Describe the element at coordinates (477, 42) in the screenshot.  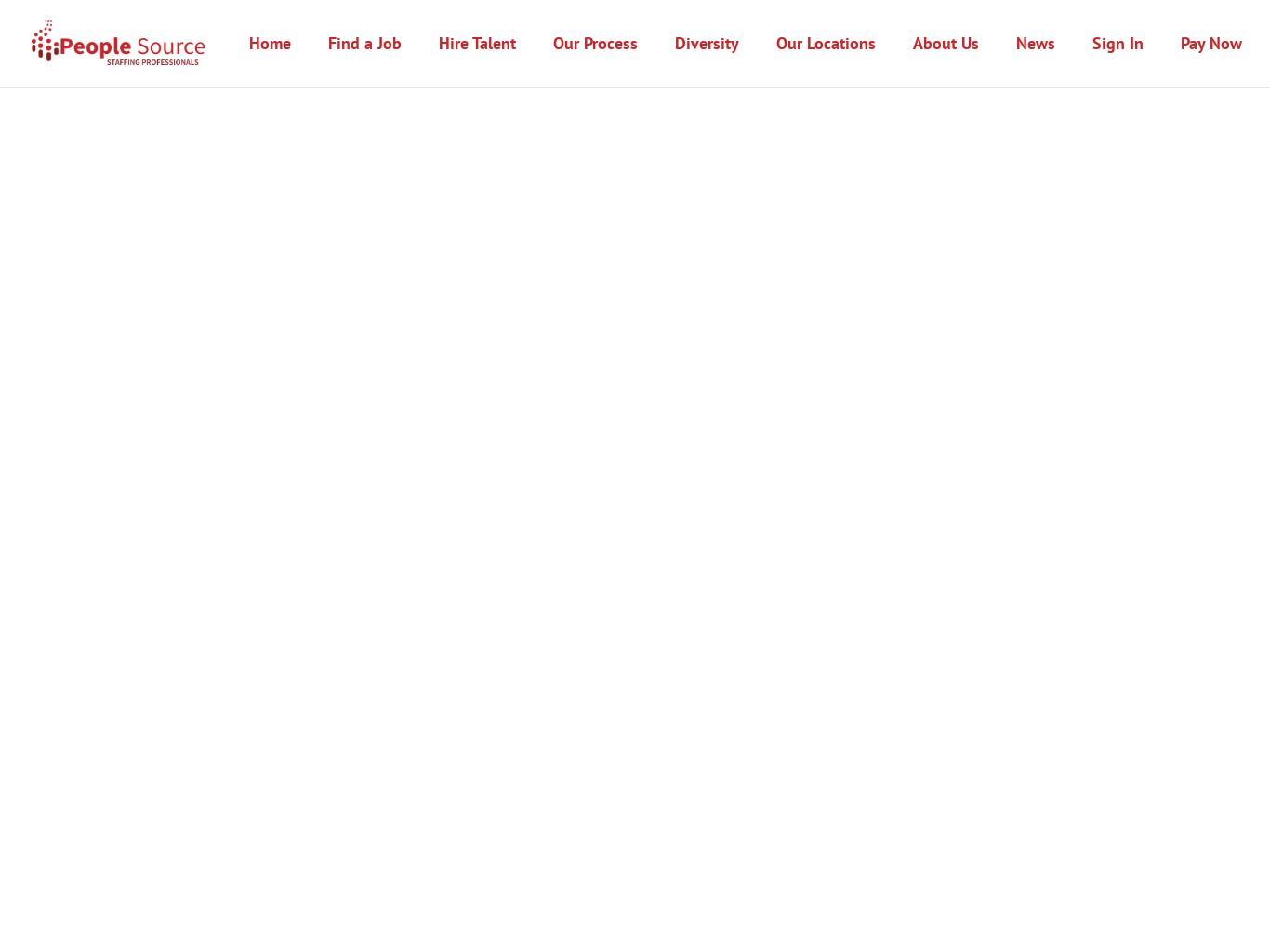
I see `'Hire Talent'` at that location.